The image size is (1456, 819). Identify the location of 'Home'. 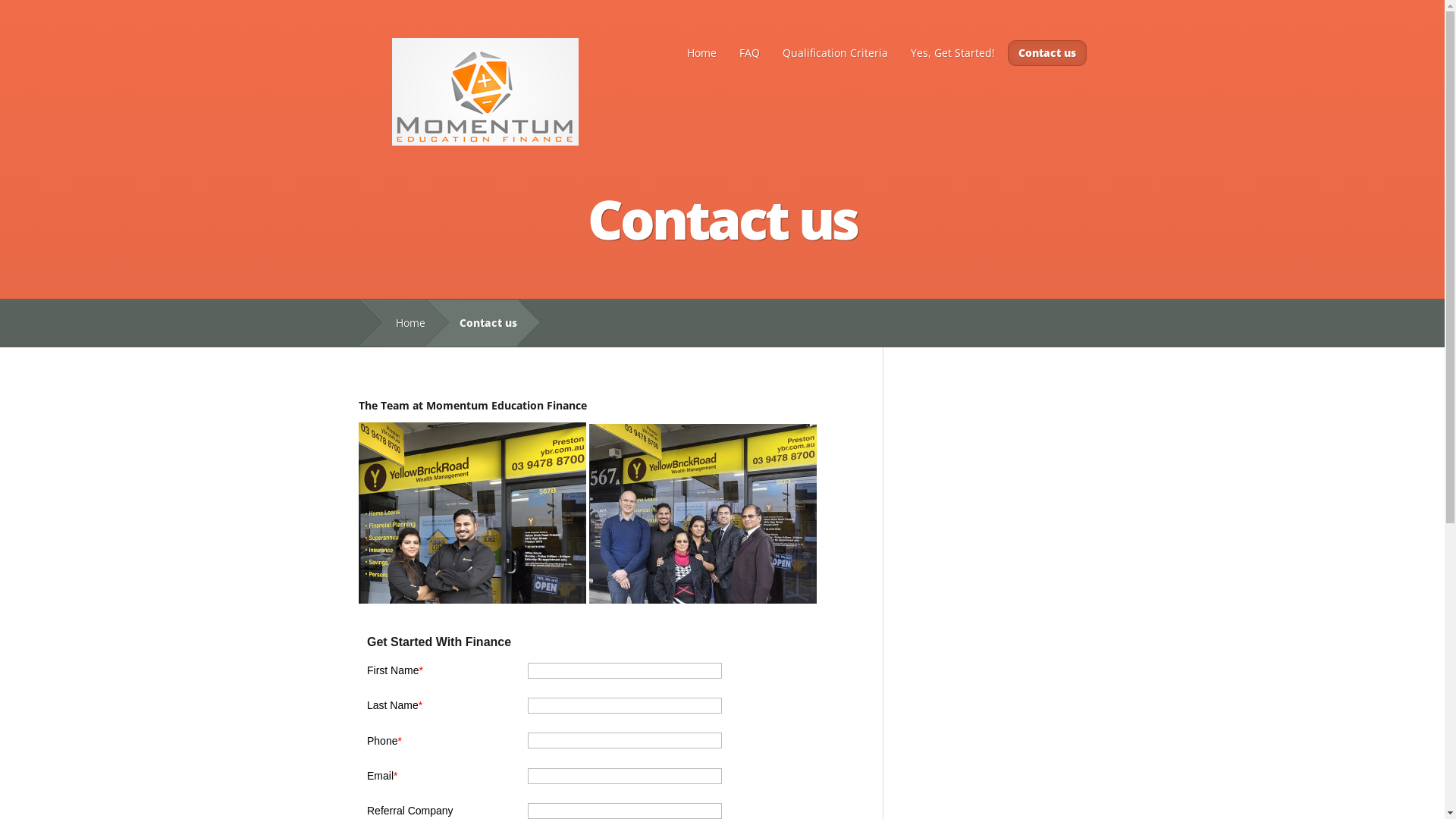
(700, 52).